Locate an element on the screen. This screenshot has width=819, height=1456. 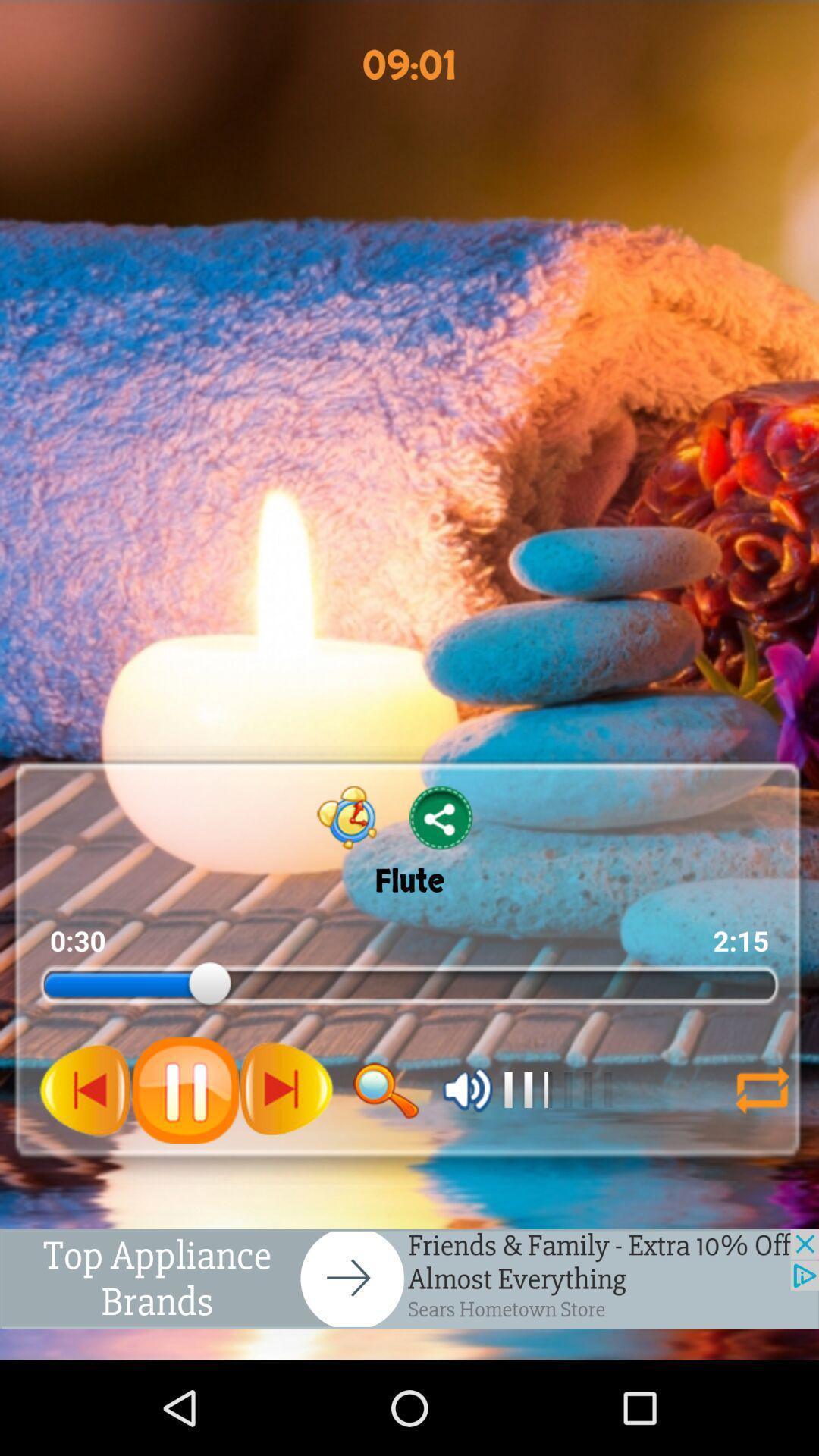
next track is located at coordinates (286, 1089).